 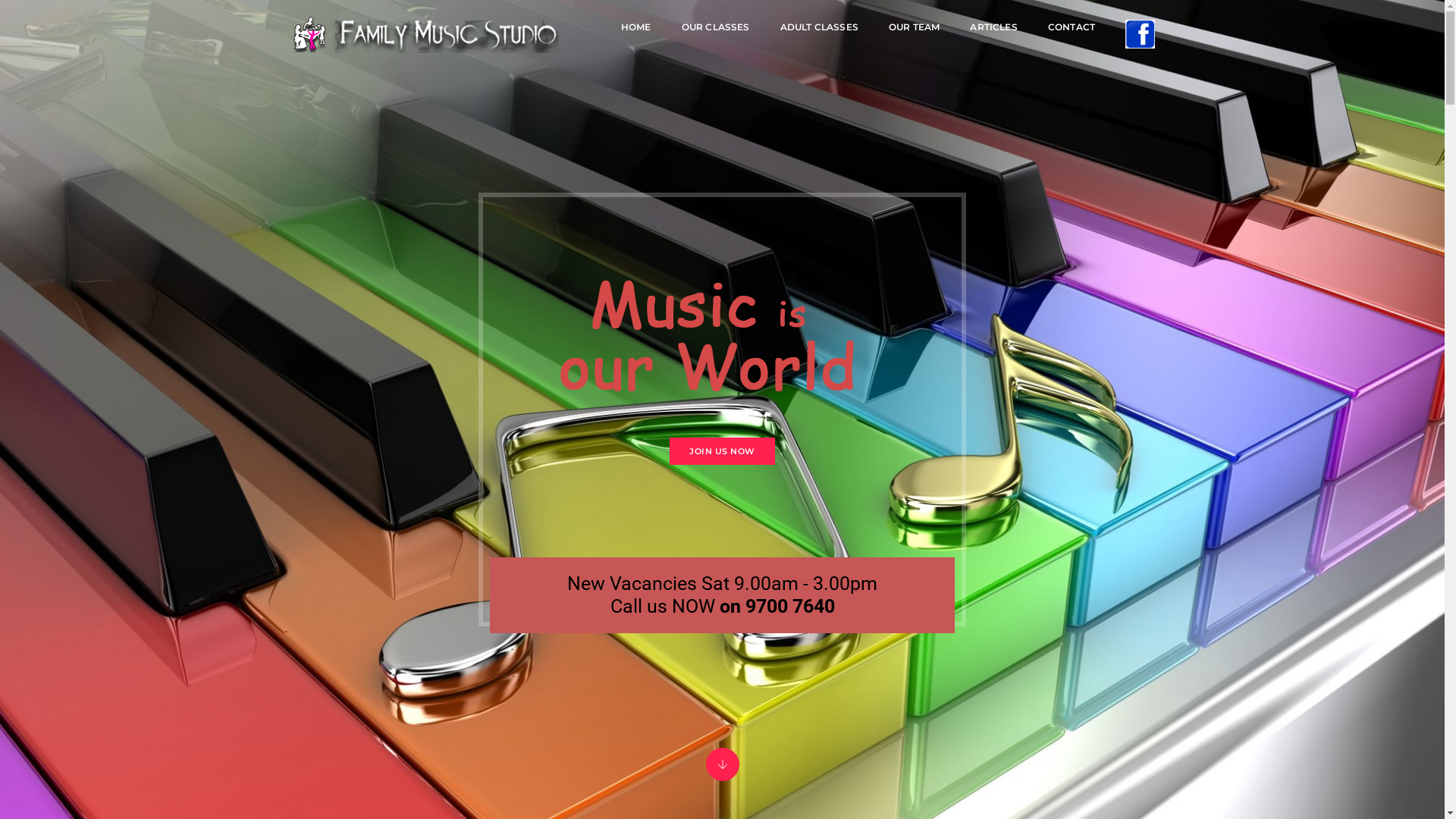 What do you see at coordinates (913, 27) in the screenshot?
I see `'OUR TEAM'` at bounding box center [913, 27].